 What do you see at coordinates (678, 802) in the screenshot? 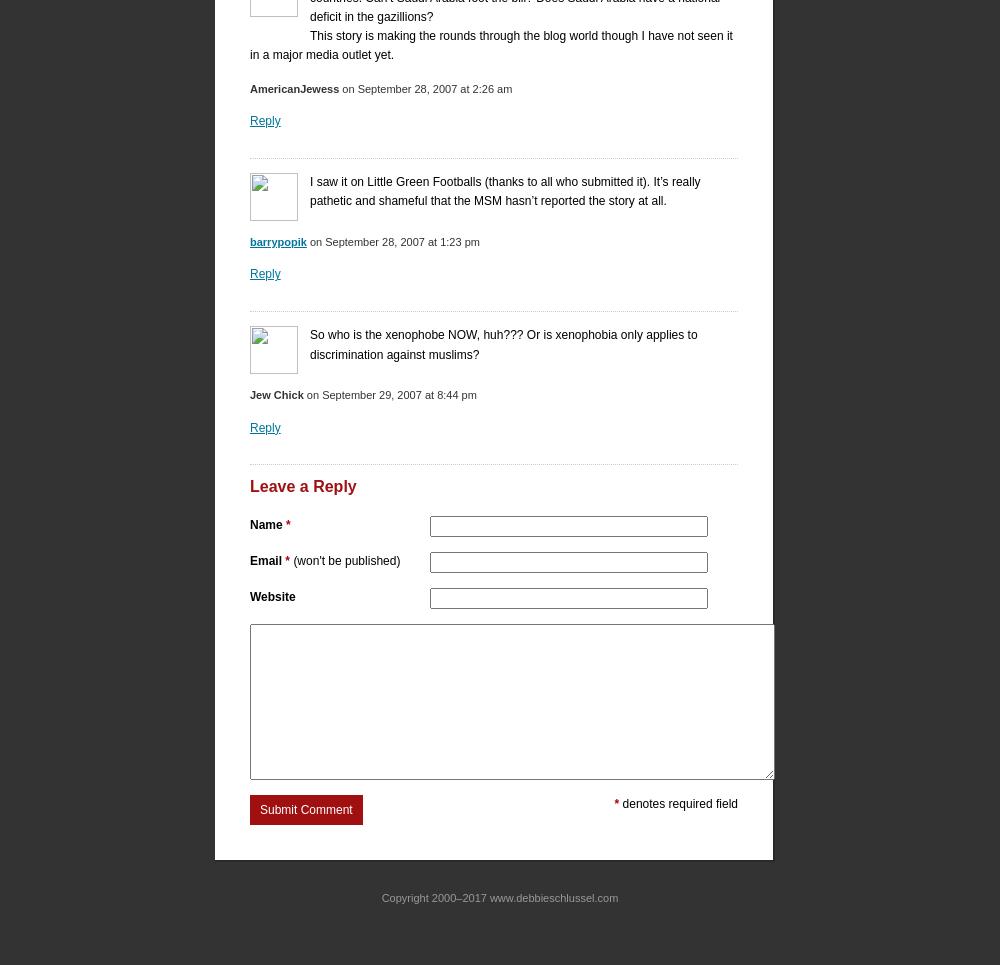
I see `'denotes required field'` at bounding box center [678, 802].